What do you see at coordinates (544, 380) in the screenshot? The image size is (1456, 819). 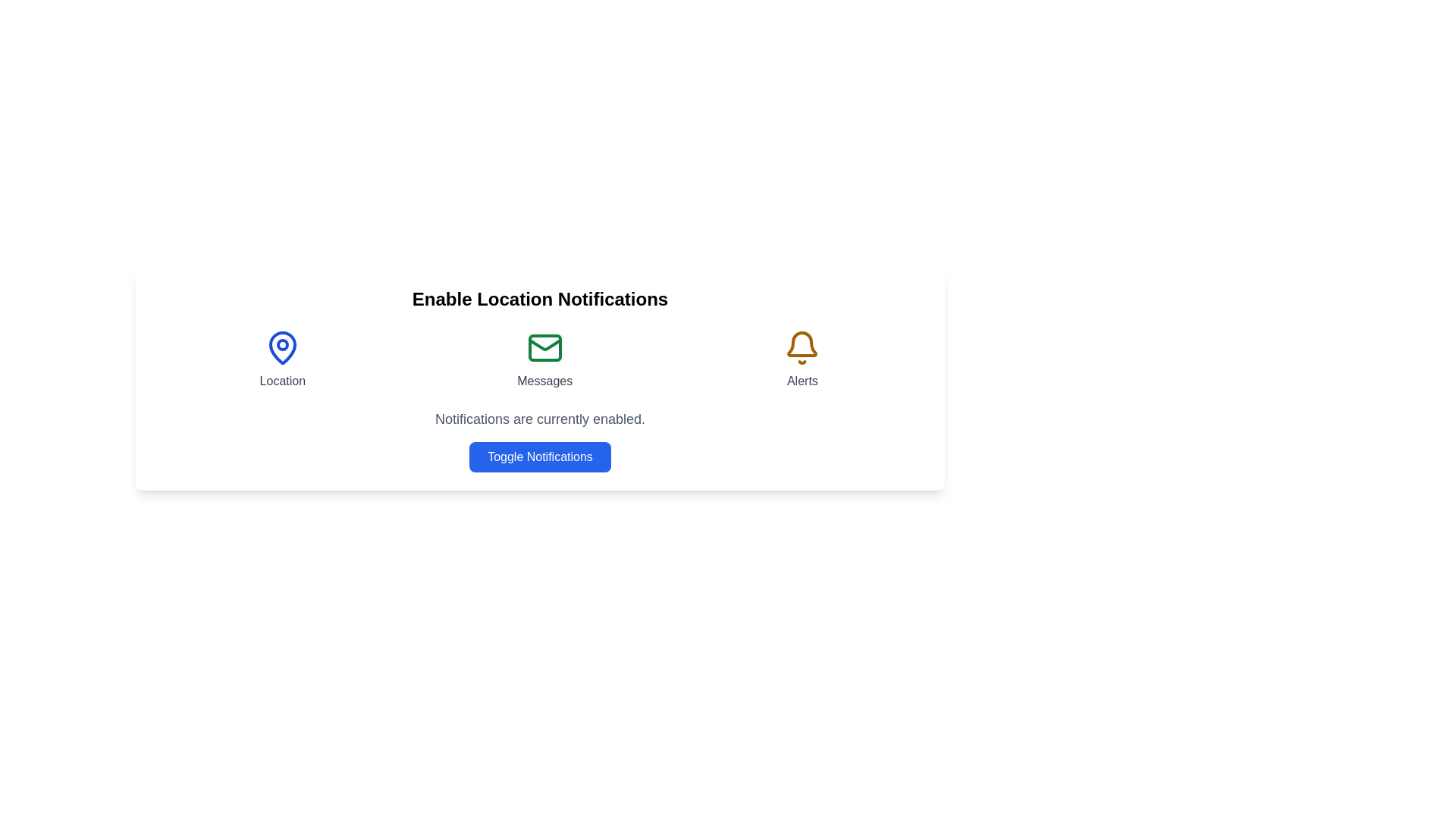 I see `text from the 'Messages' label, which is styled in gray and located below a green mail icon in a horizontal layout of notification options` at bounding box center [544, 380].